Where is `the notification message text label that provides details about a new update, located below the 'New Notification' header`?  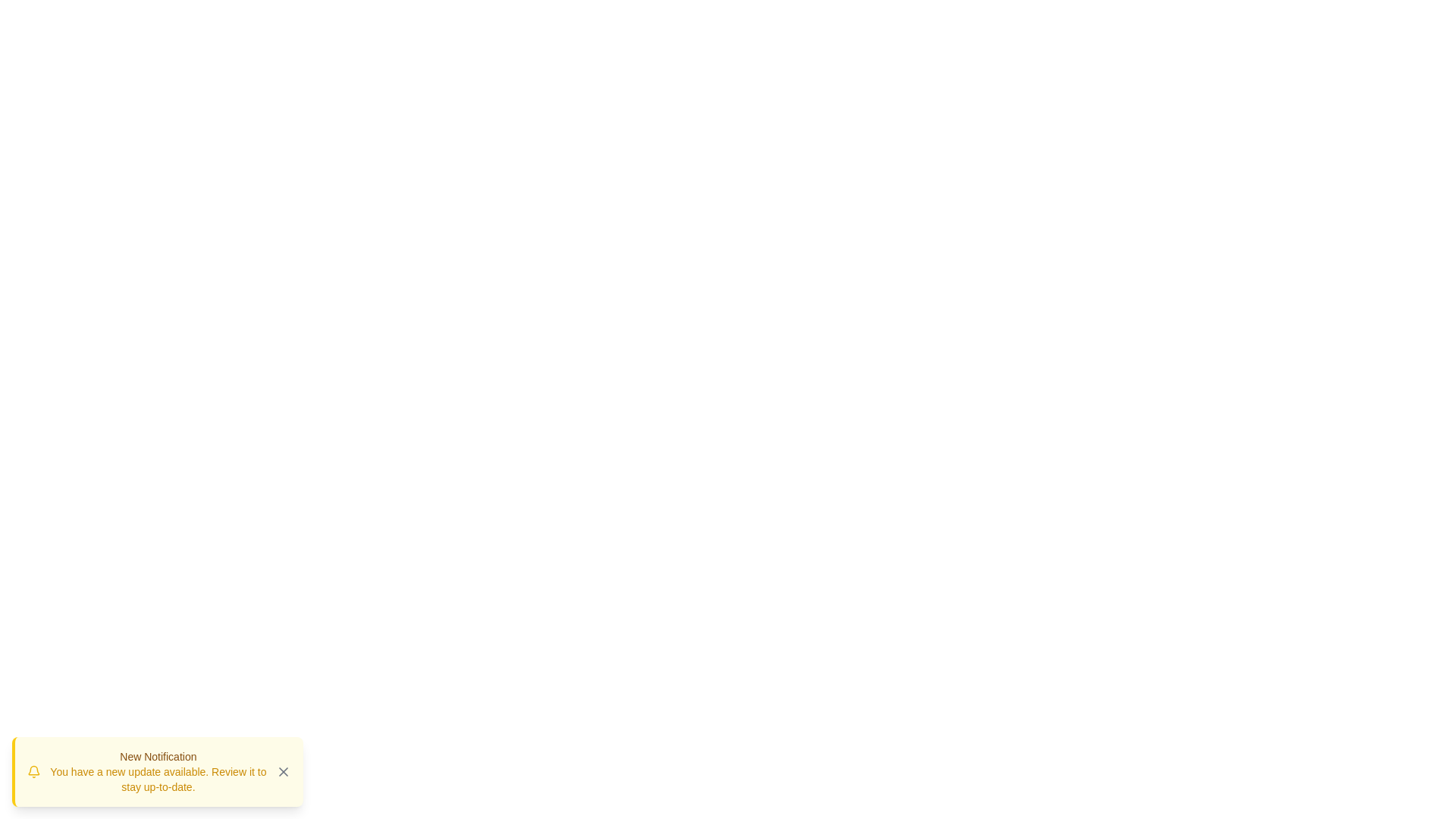
the notification message text label that provides details about a new update, located below the 'New Notification' header is located at coordinates (158, 780).